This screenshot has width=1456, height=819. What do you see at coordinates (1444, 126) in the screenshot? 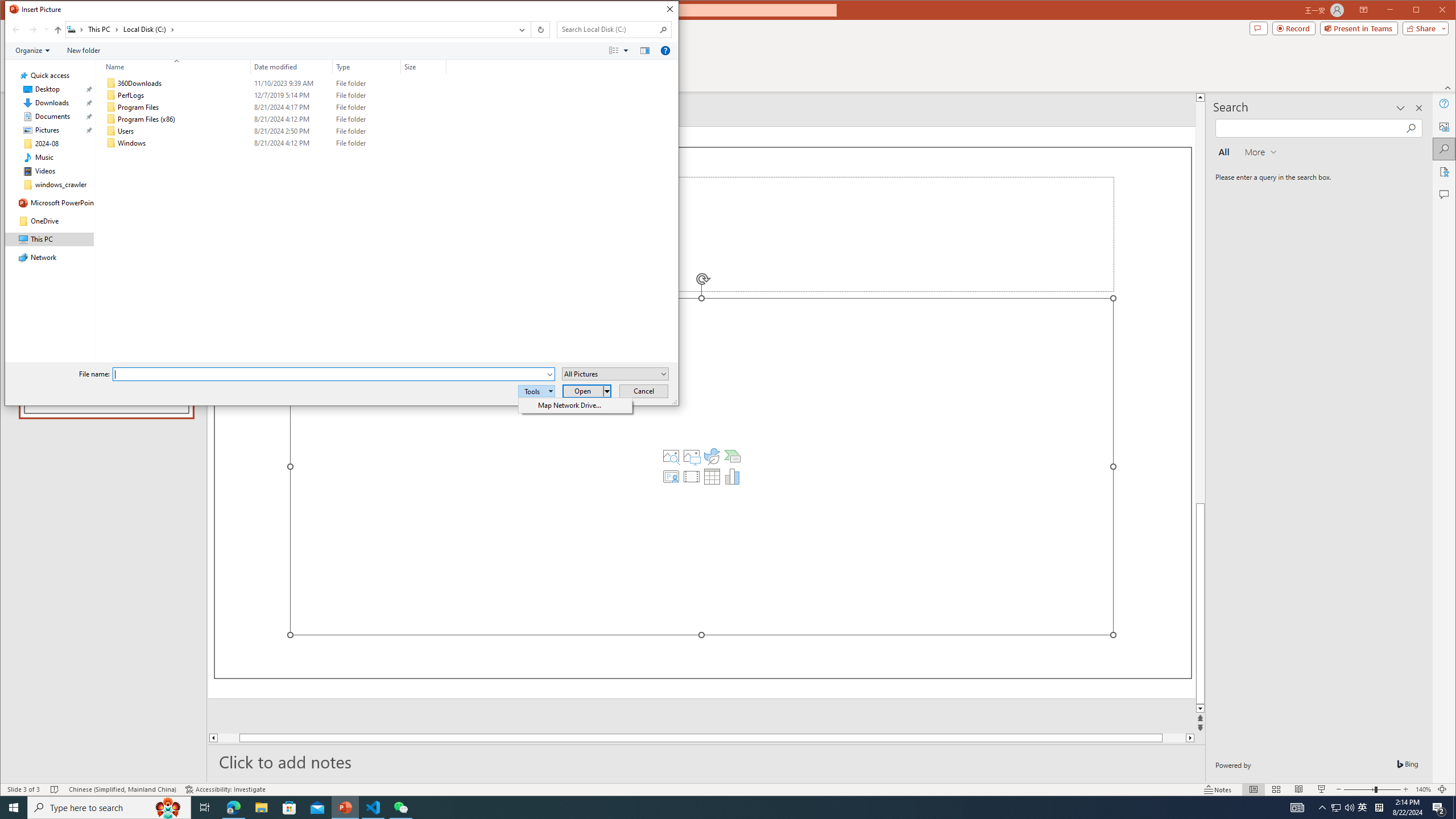
I see `'Alt Text'` at bounding box center [1444, 126].